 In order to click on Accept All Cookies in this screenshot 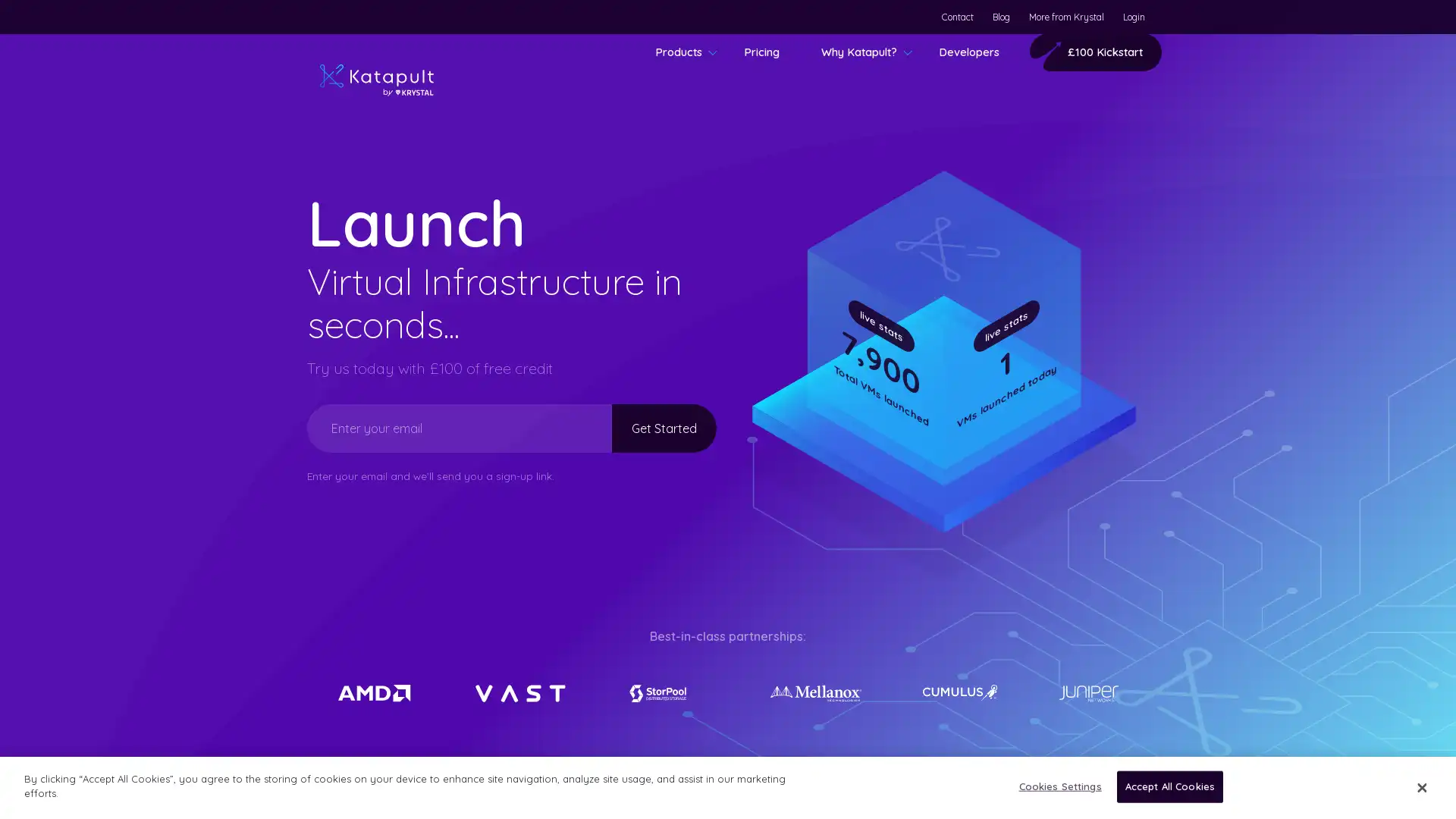, I will do `click(1169, 786)`.